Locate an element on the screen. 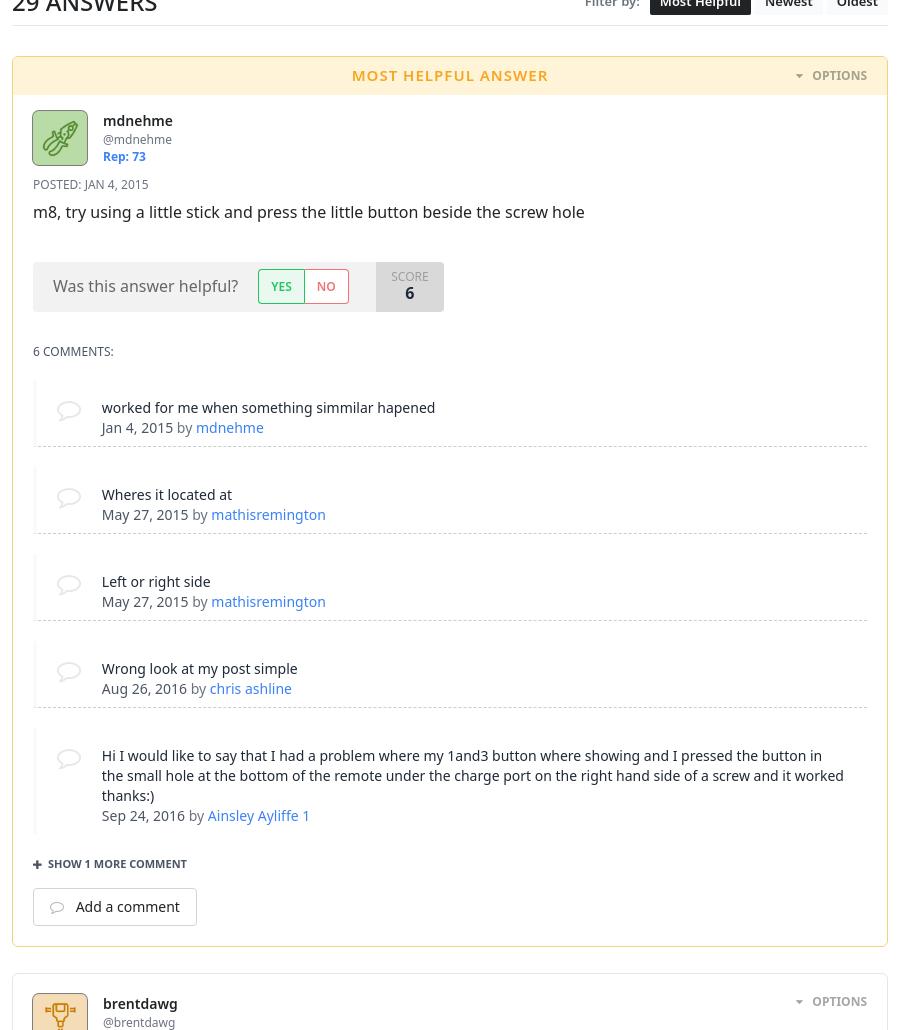 The image size is (900, 1030). 'May 24, 2012' is located at coordinates (140, 33).